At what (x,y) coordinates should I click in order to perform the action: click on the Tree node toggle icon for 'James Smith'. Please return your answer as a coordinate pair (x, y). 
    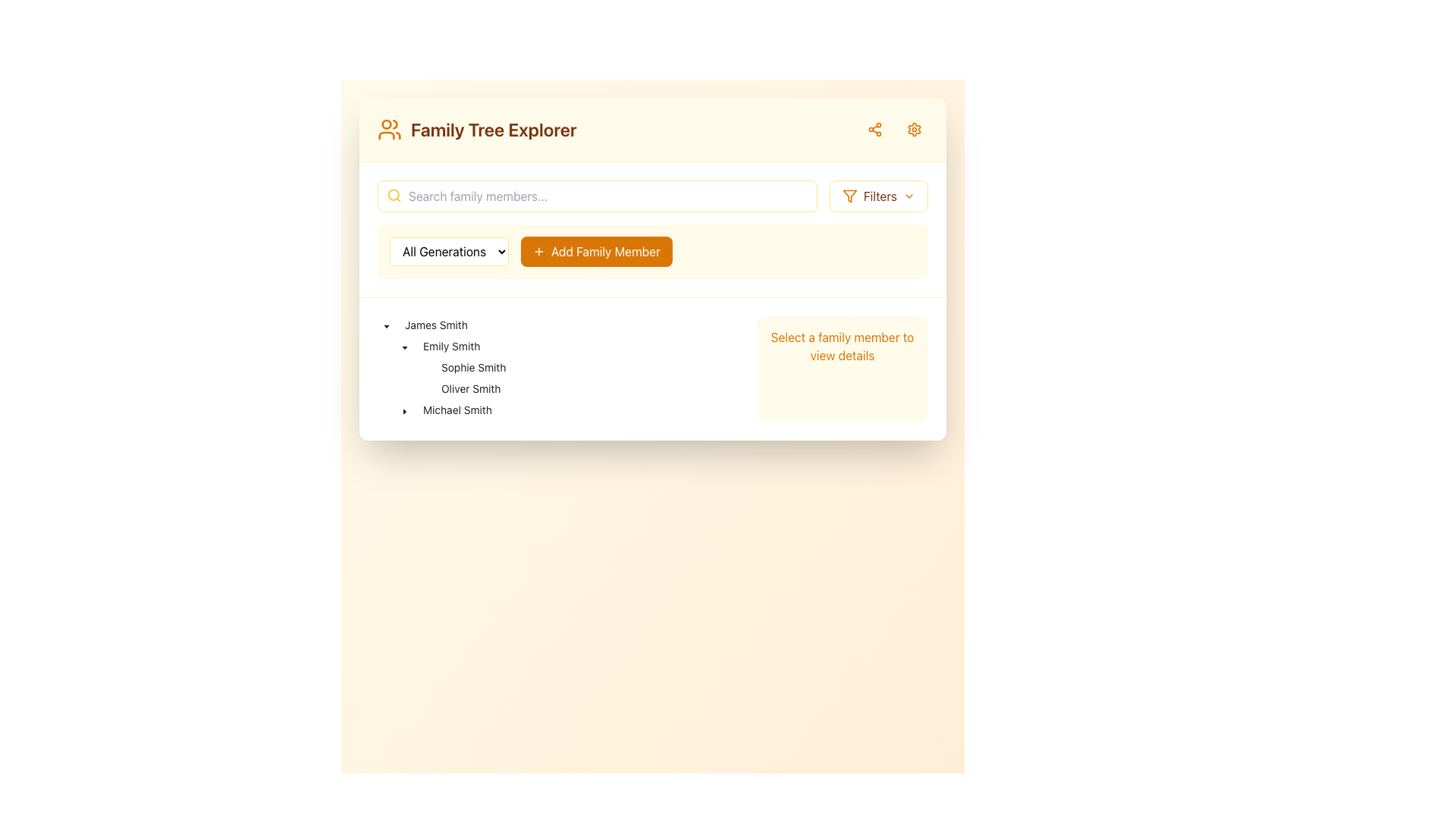
    Looking at the image, I should click on (386, 324).